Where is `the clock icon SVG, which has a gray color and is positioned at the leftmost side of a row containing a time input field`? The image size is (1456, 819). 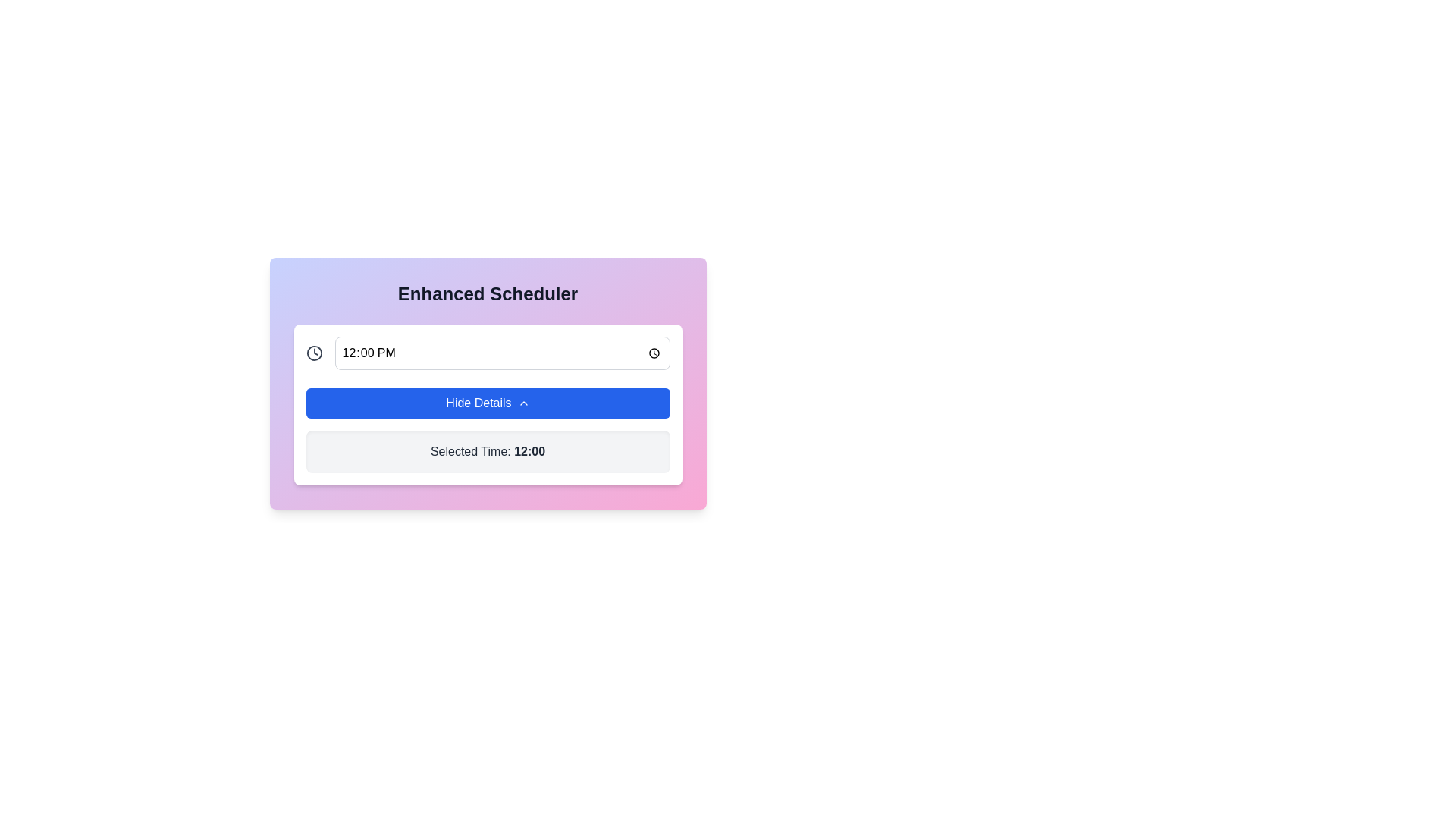 the clock icon SVG, which has a gray color and is positioned at the leftmost side of a row containing a time input field is located at coordinates (313, 353).